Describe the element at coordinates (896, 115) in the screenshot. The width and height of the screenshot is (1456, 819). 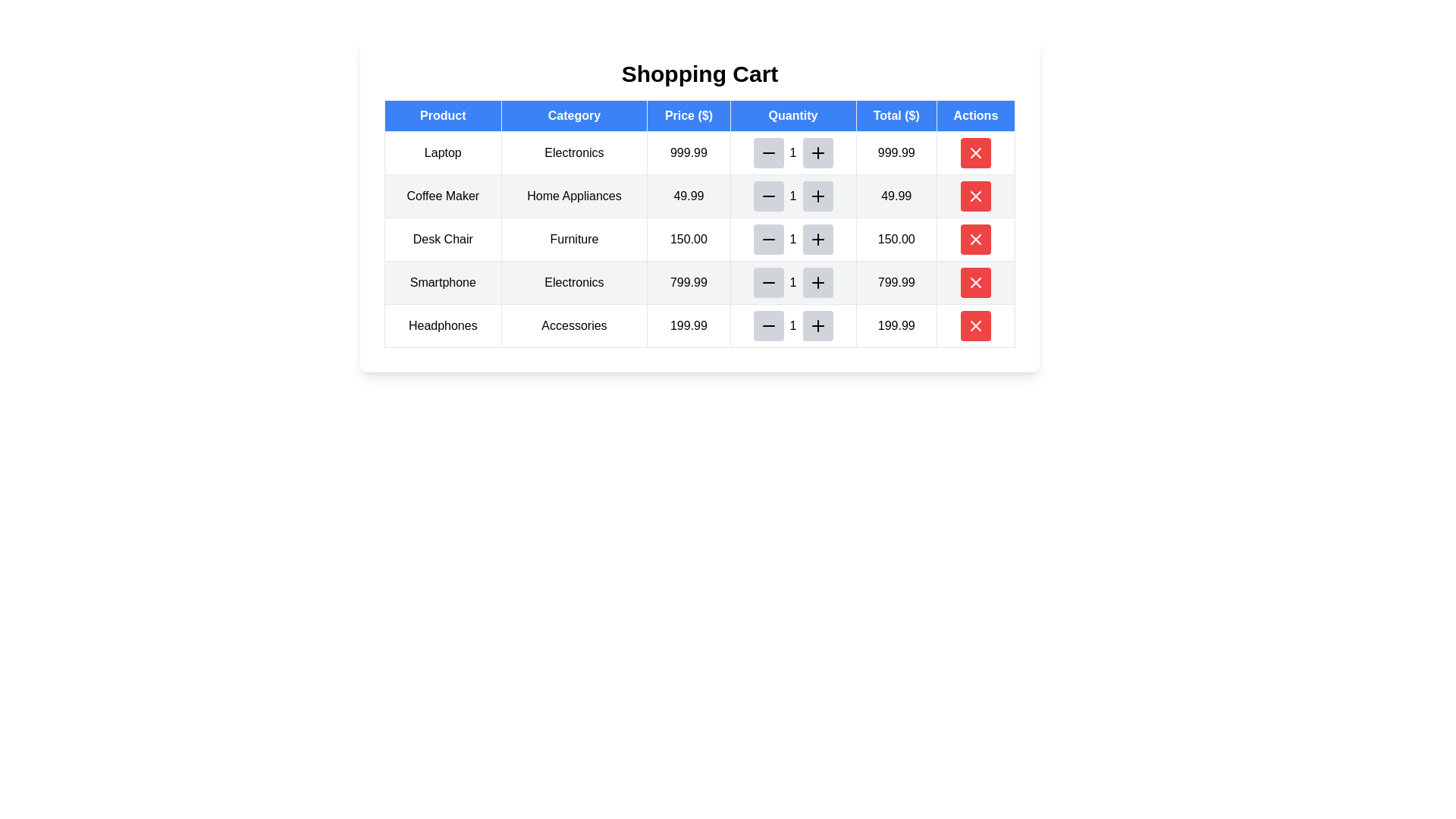
I see `the table header indicating total prices for items in the shopping cart, which is the fifth column header in the table` at that location.